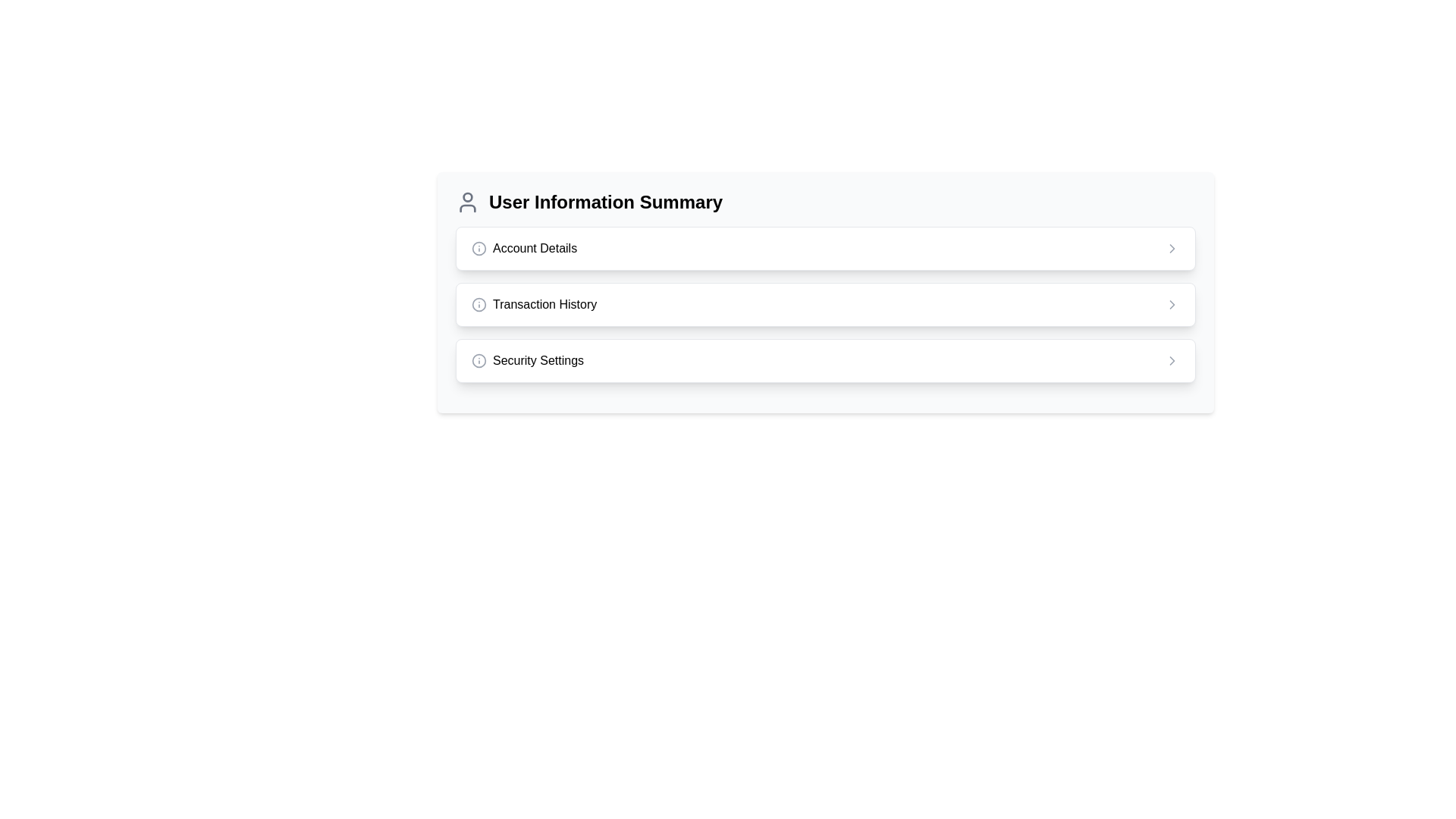 The image size is (1456, 819). I want to click on the chevron icon indicating navigation for the 'Security Settings' list item, so click(1171, 304).